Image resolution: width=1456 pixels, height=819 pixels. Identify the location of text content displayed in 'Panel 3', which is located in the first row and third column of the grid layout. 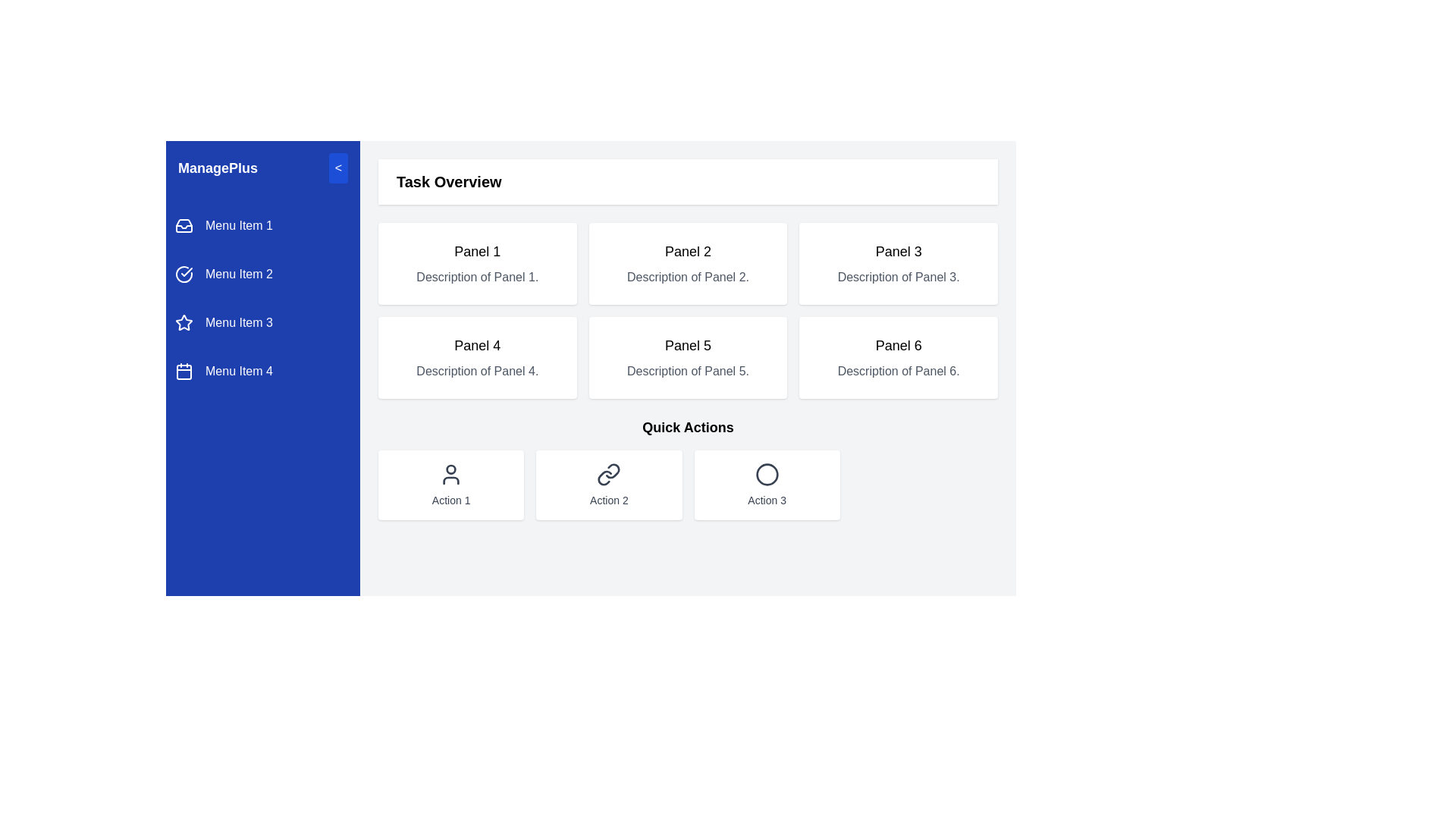
(899, 262).